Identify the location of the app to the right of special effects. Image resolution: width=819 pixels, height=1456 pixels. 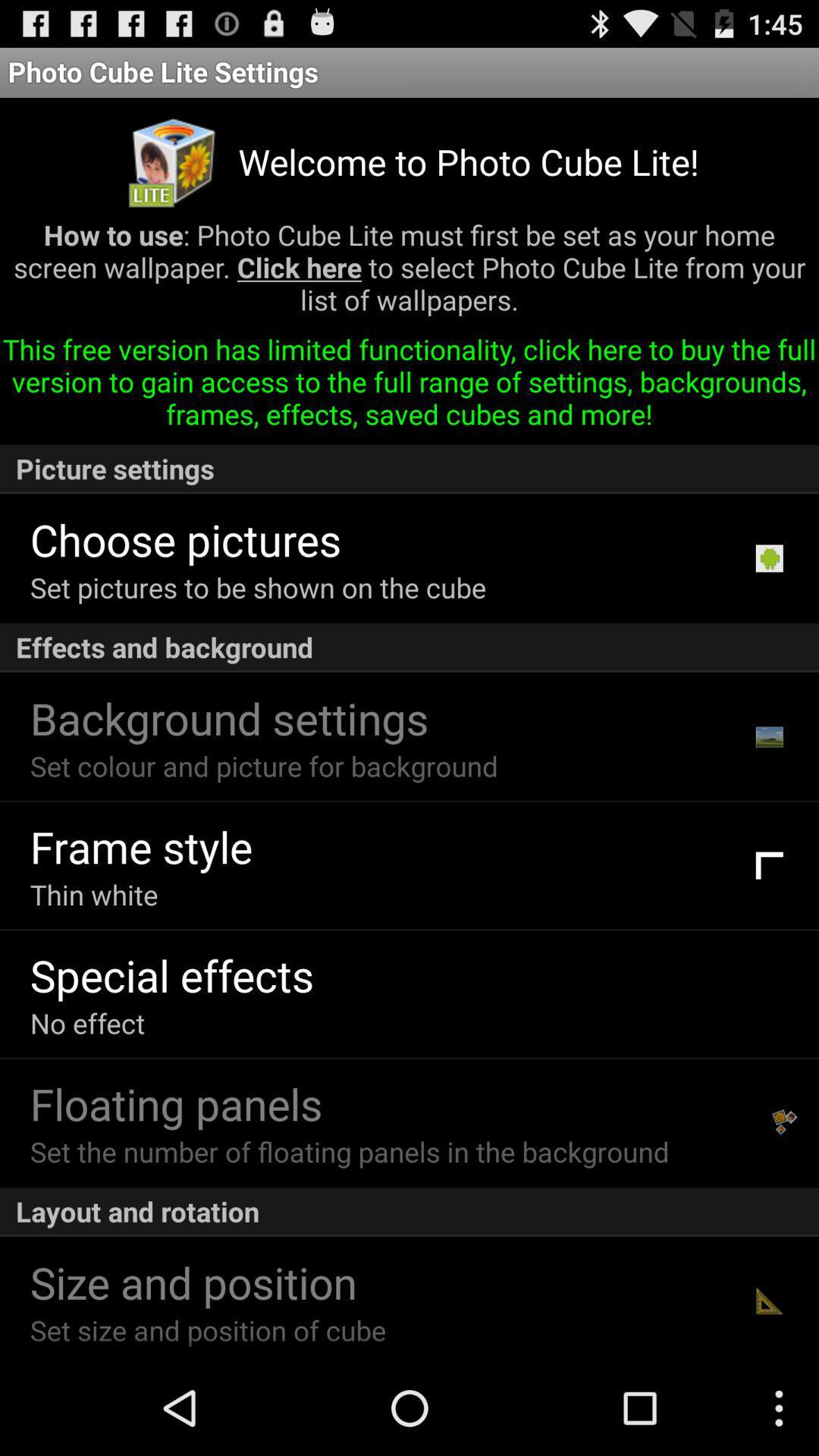
(769, 993).